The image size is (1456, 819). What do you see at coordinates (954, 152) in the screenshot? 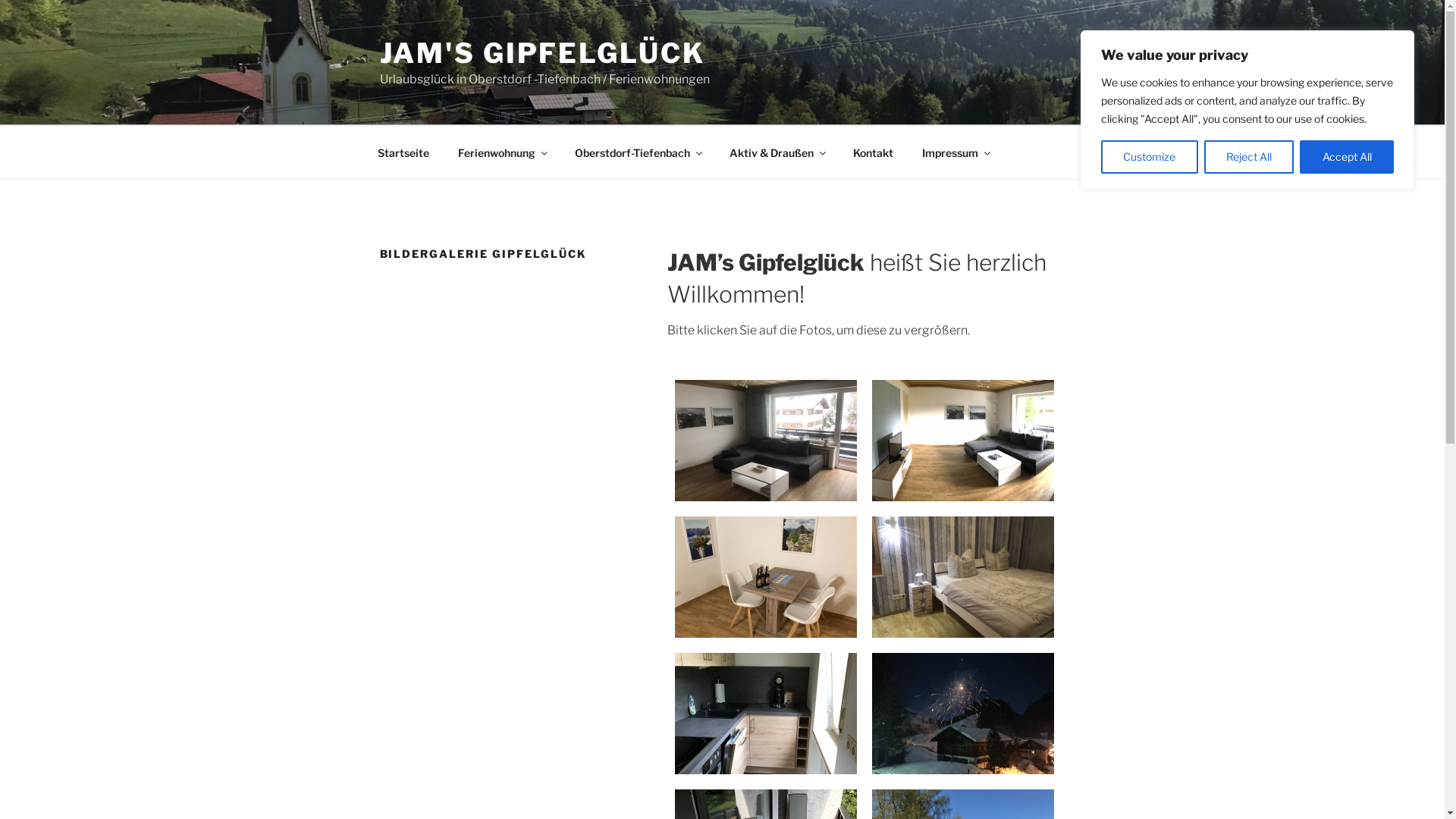
I see `'Impressum'` at bounding box center [954, 152].